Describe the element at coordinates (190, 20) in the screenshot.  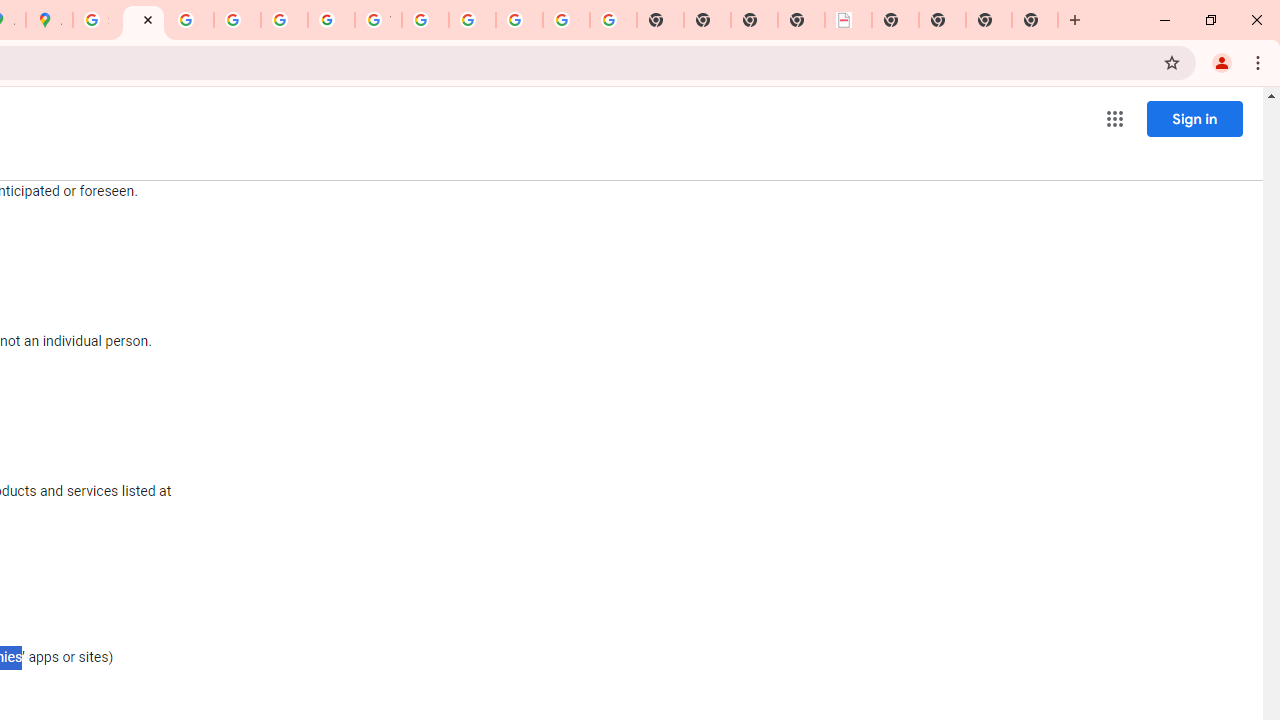
I see `'Privacy Help Center - Policies Help'` at that location.